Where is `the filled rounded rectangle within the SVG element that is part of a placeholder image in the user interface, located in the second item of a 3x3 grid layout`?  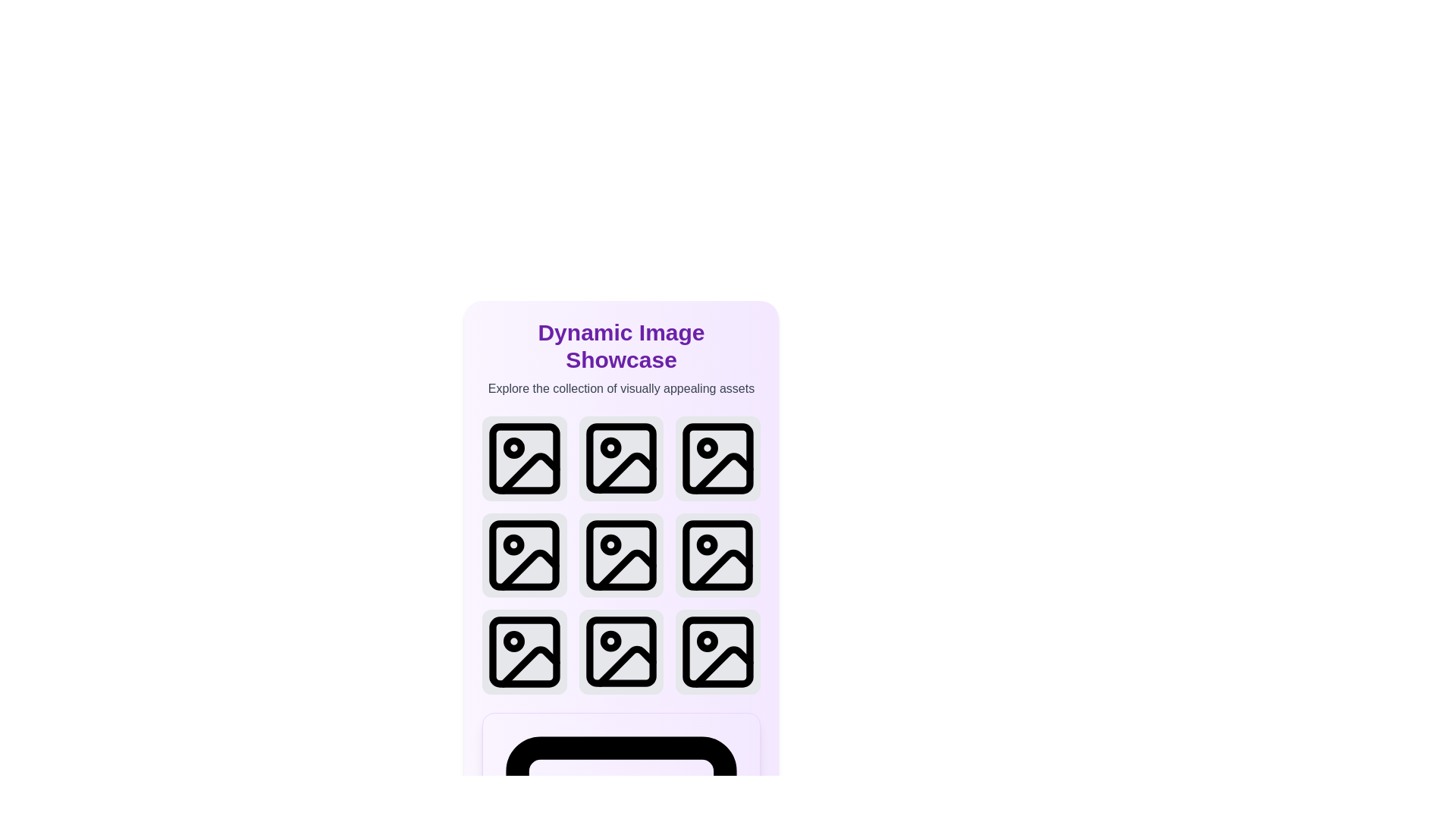 the filled rounded rectangle within the SVG element that is part of a placeholder image in the user interface, located in the second item of a 3x3 grid layout is located at coordinates (621, 457).